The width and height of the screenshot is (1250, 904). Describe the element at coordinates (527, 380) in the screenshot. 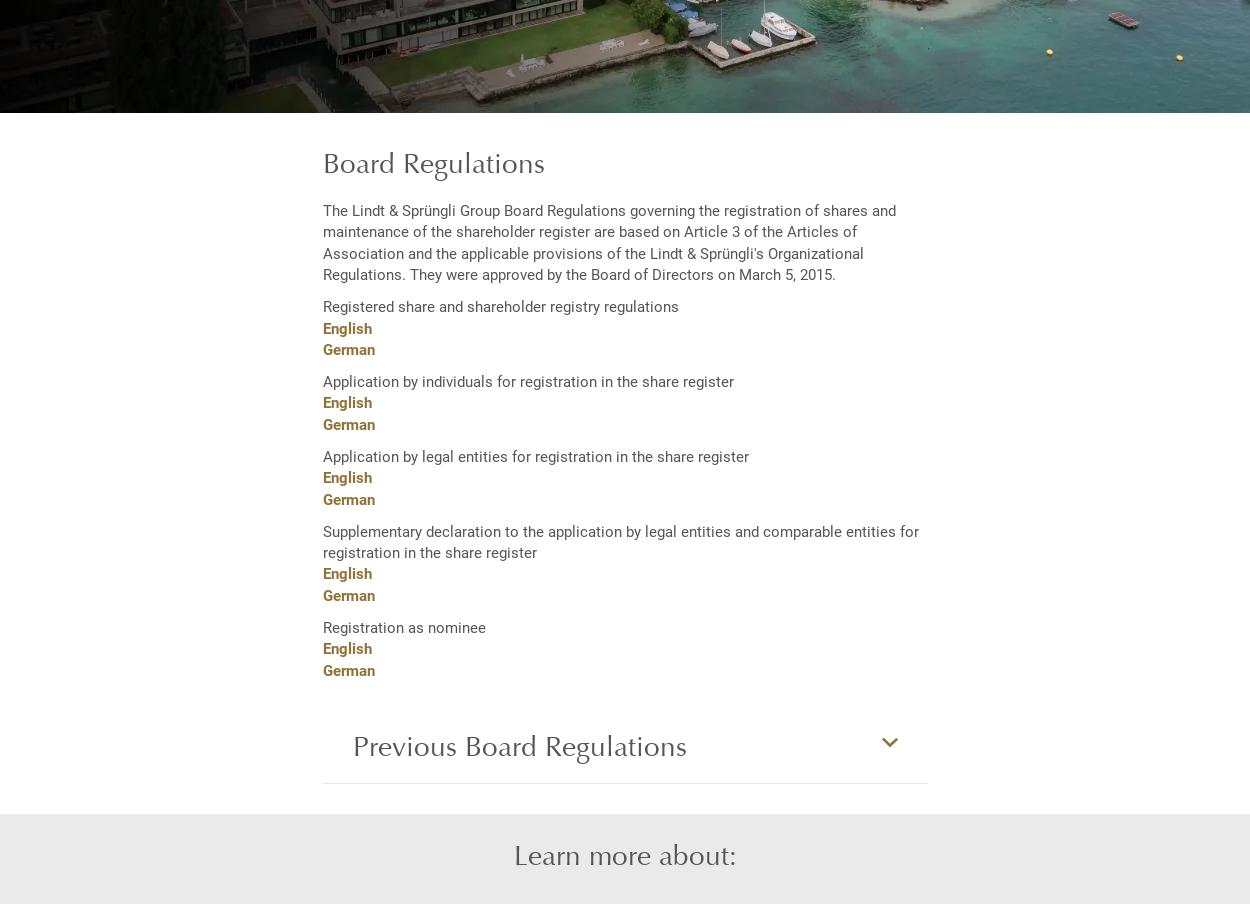

I see `'Application by individuals for registration in the share register'` at that location.